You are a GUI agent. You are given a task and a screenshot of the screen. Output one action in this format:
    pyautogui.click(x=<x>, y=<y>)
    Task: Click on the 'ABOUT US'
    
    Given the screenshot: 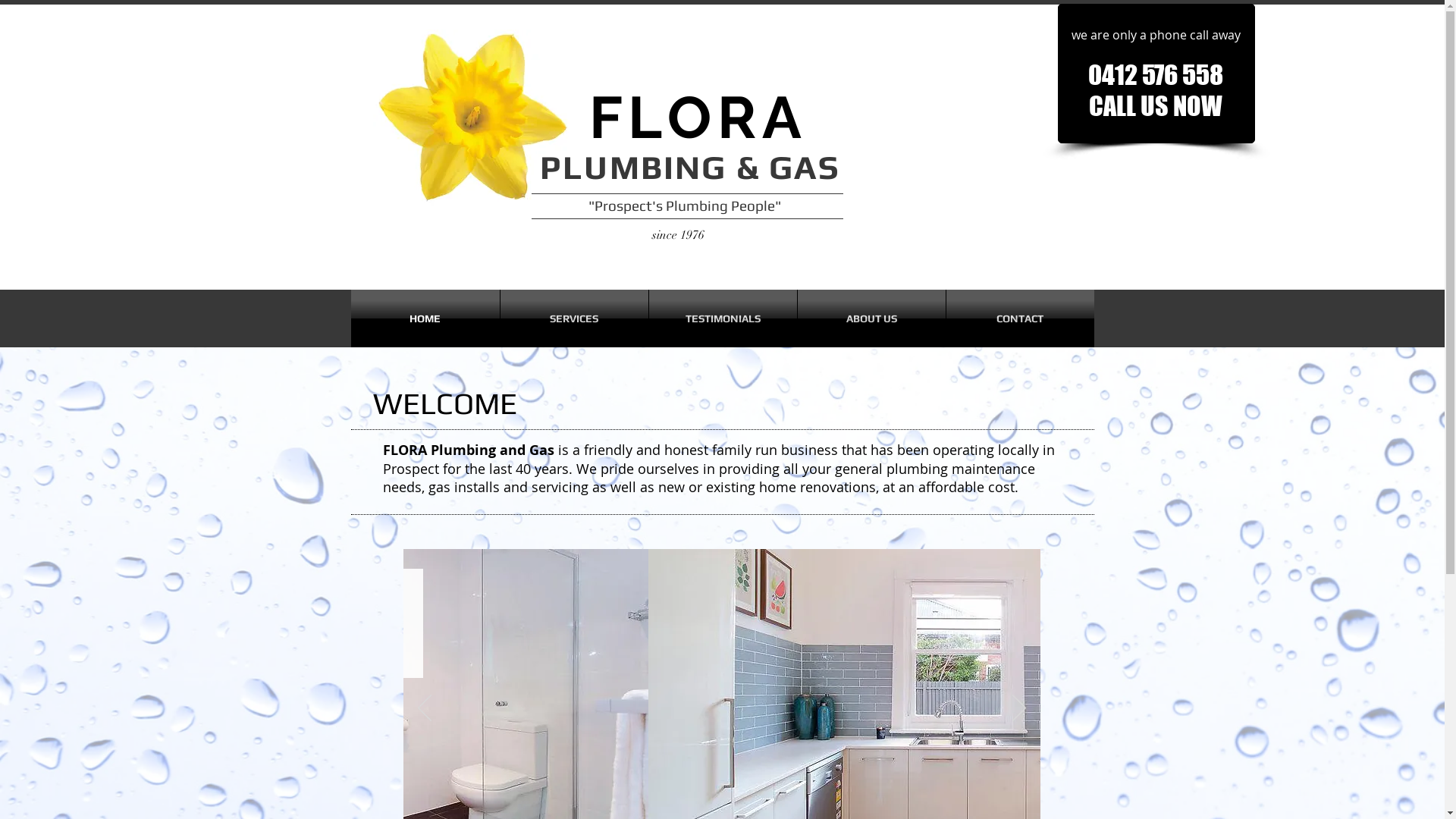 What is the action you would take?
    pyautogui.click(x=871, y=318)
    